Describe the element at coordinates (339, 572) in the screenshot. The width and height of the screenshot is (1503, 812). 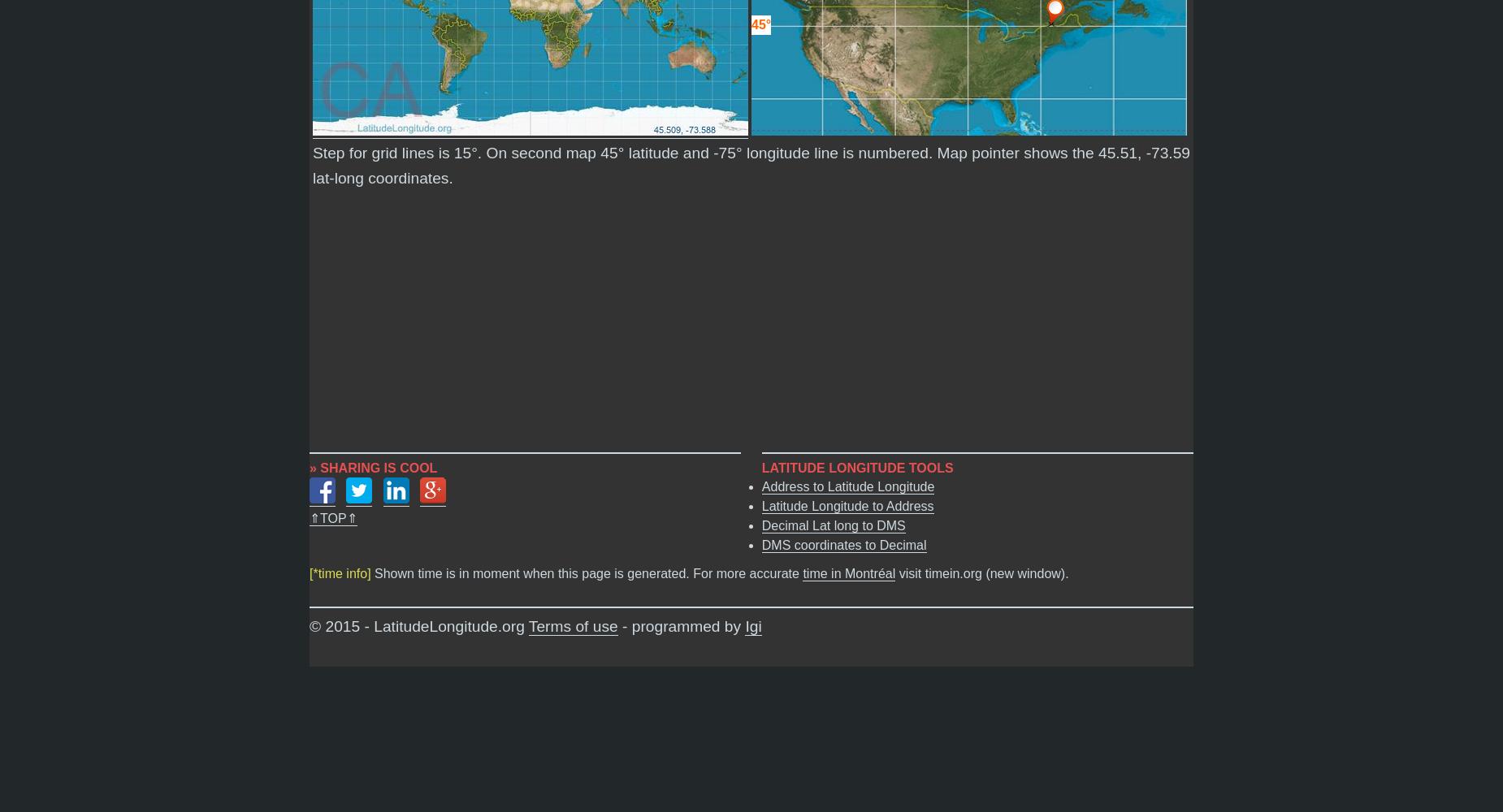
I see `'[*time info]'` at that location.